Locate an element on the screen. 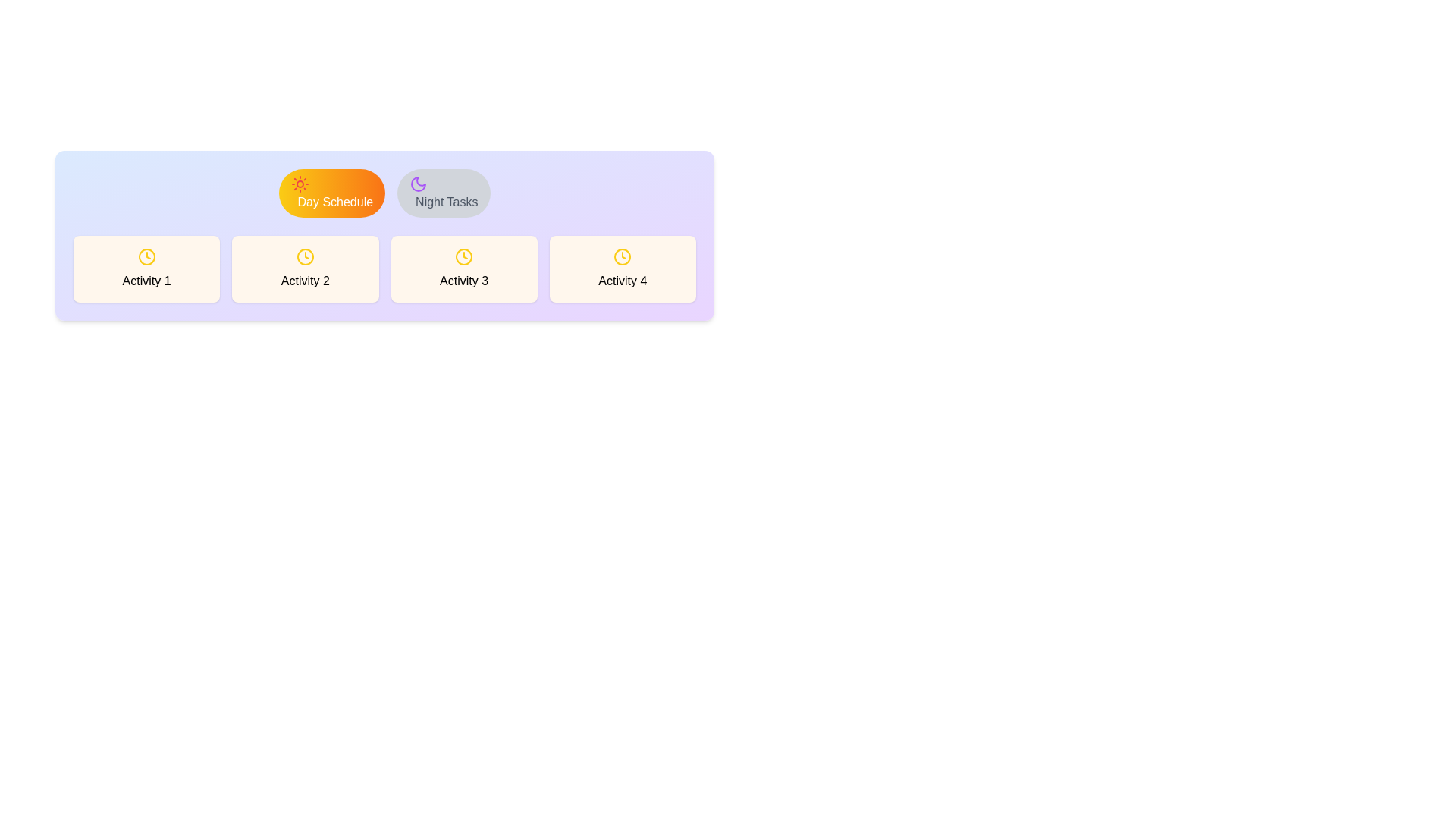 The image size is (1456, 819). the text Night Tasks within the content is located at coordinates (443, 192).